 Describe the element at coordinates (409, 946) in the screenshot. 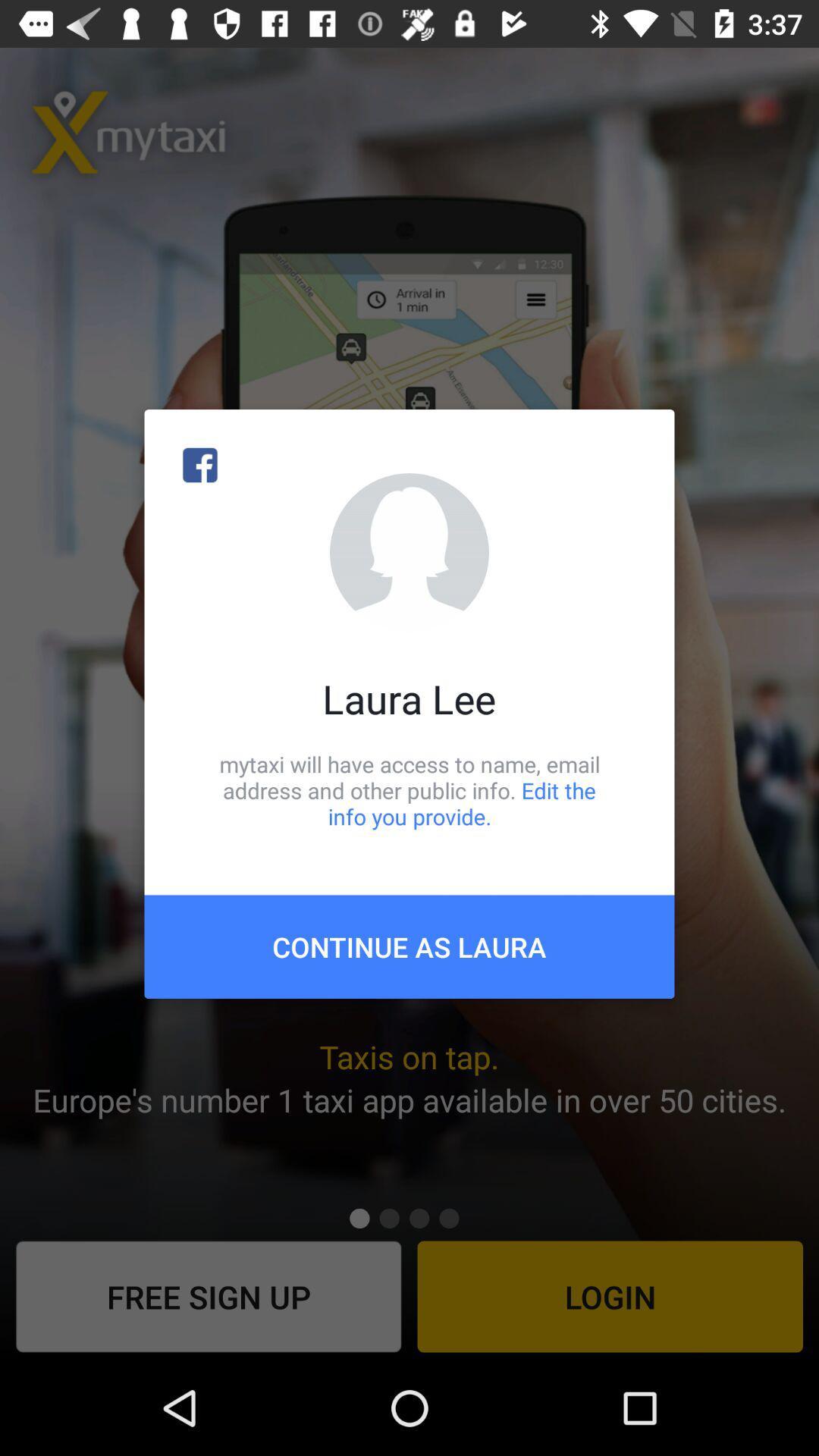

I see `the continue as laura item` at that location.